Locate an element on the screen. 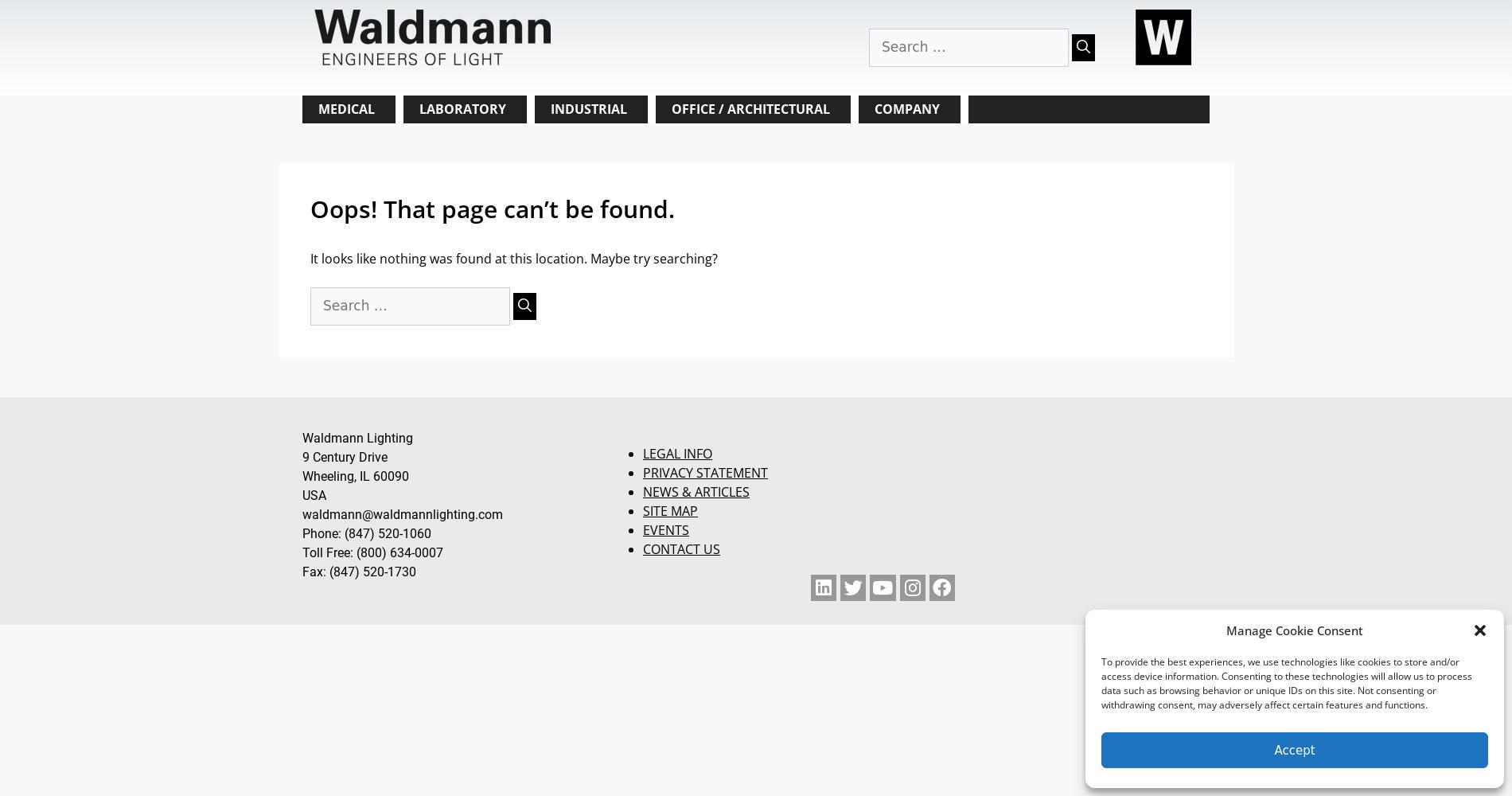 The height and width of the screenshot is (796, 1512). 'USA' is located at coordinates (302, 494).